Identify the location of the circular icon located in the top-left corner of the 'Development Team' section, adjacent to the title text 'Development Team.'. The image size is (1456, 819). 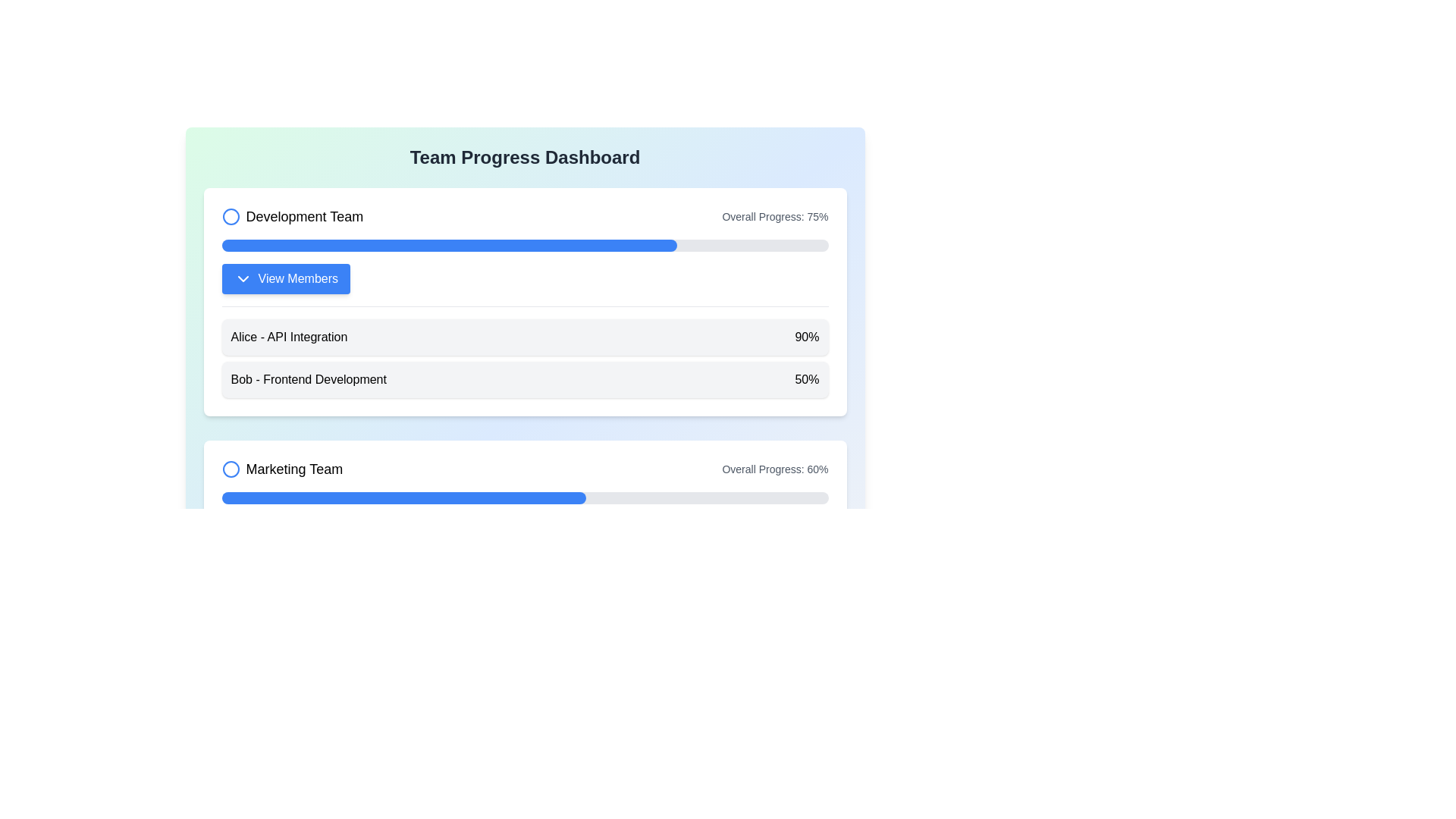
(230, 216).